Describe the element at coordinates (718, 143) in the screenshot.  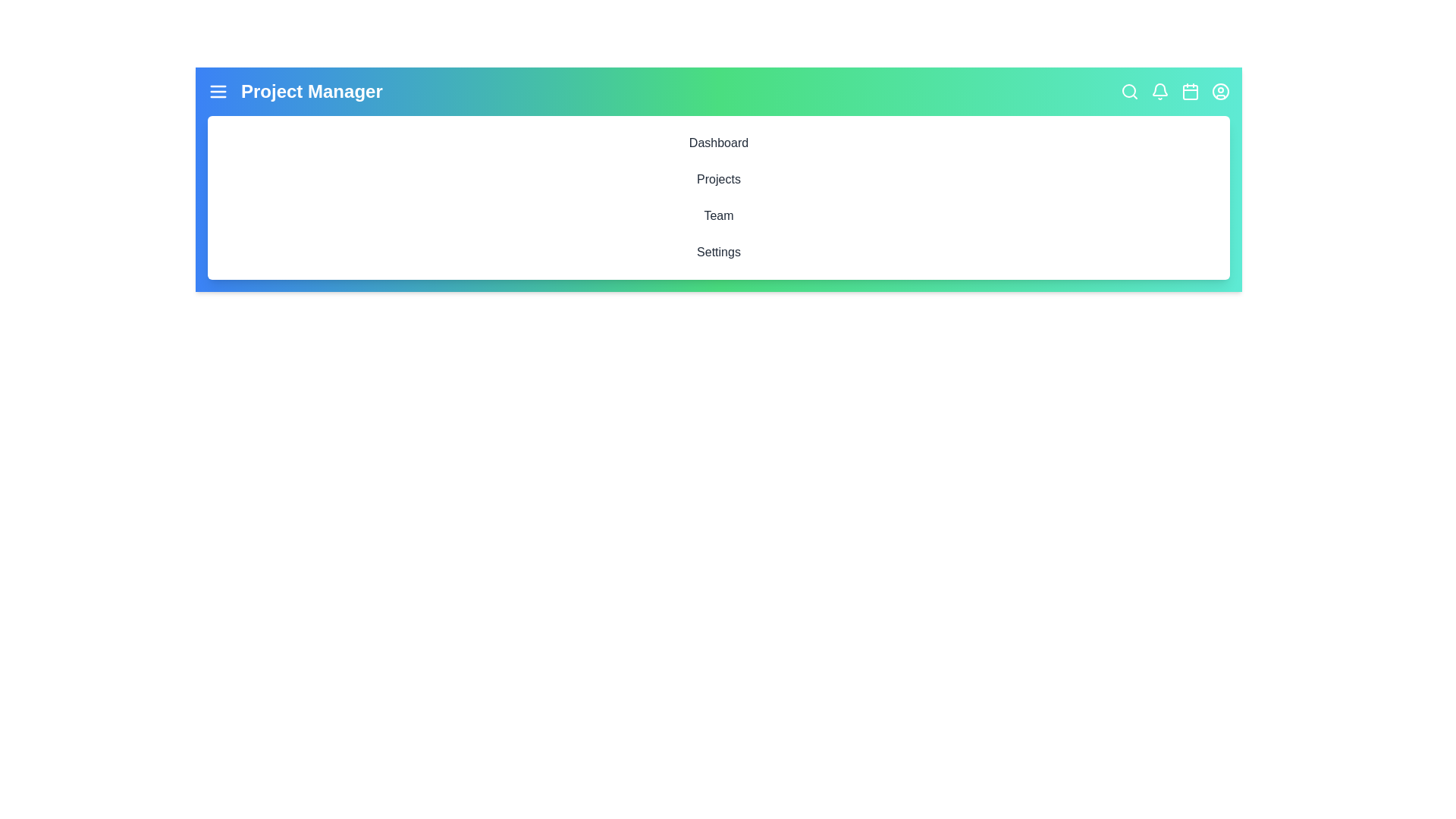
I see `the text element Dashboard in the AppBar` at that location.